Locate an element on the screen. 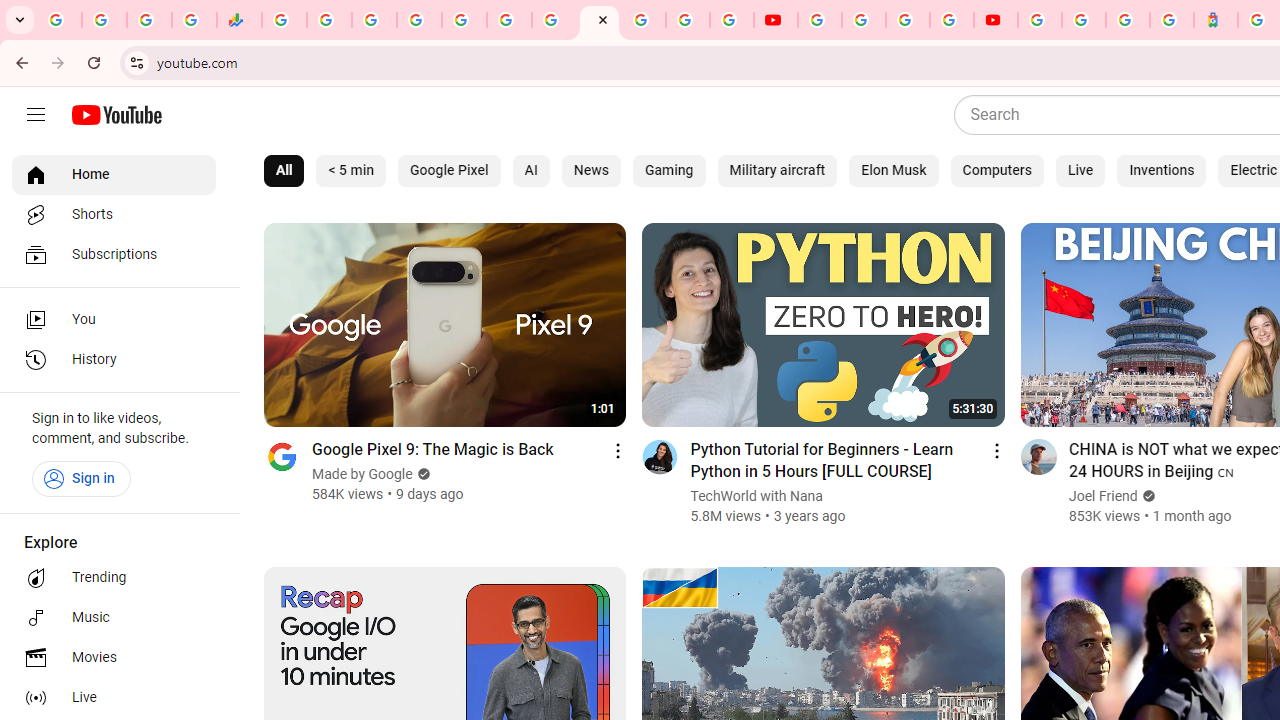  'Military aircraft' is located at coordinates (776, 170).